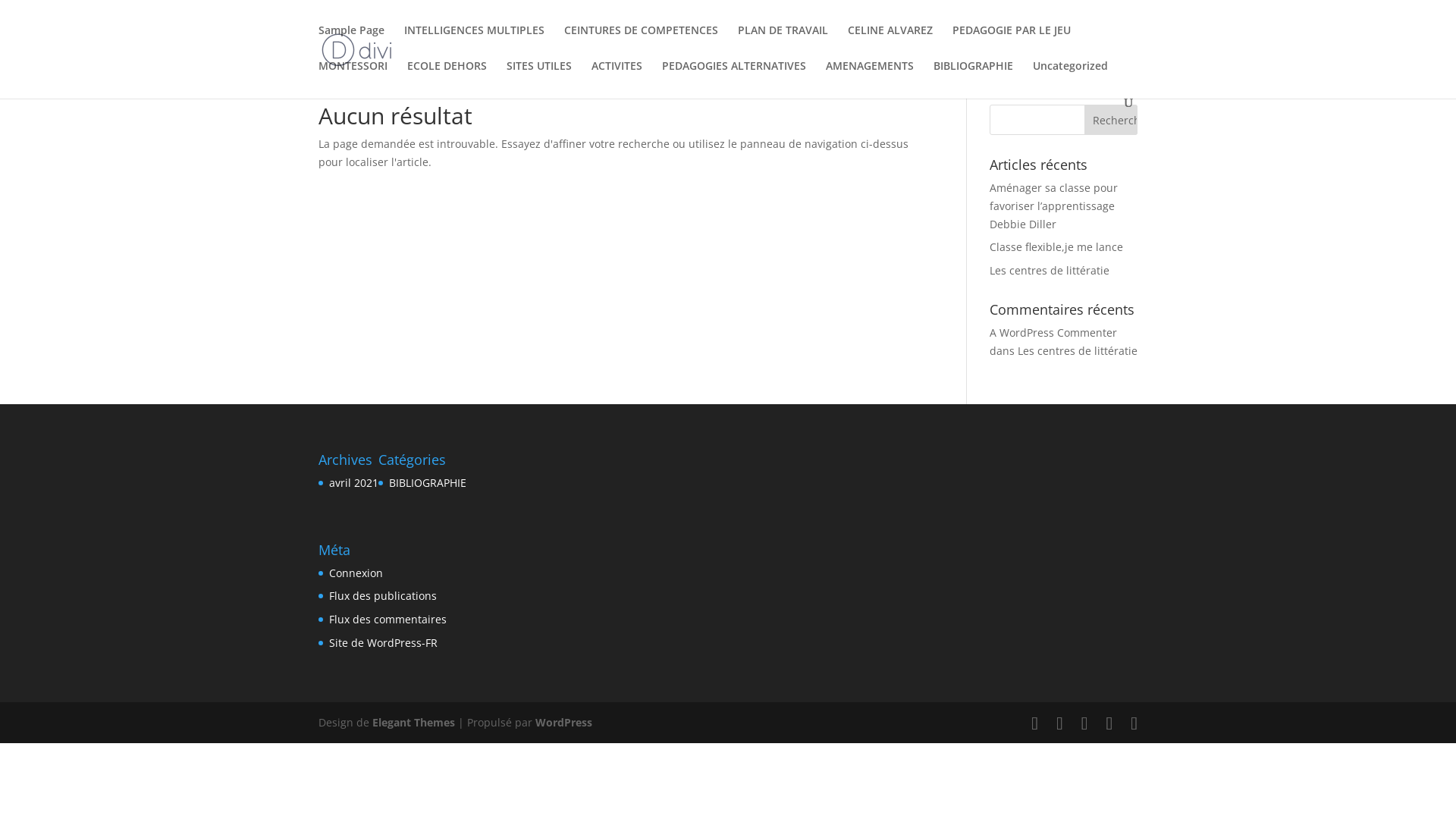 Image resolution: width=1456 pixels, height=819 pixels. I want to click on 'BIBLIOGRAPHIE', so click(427, 482).